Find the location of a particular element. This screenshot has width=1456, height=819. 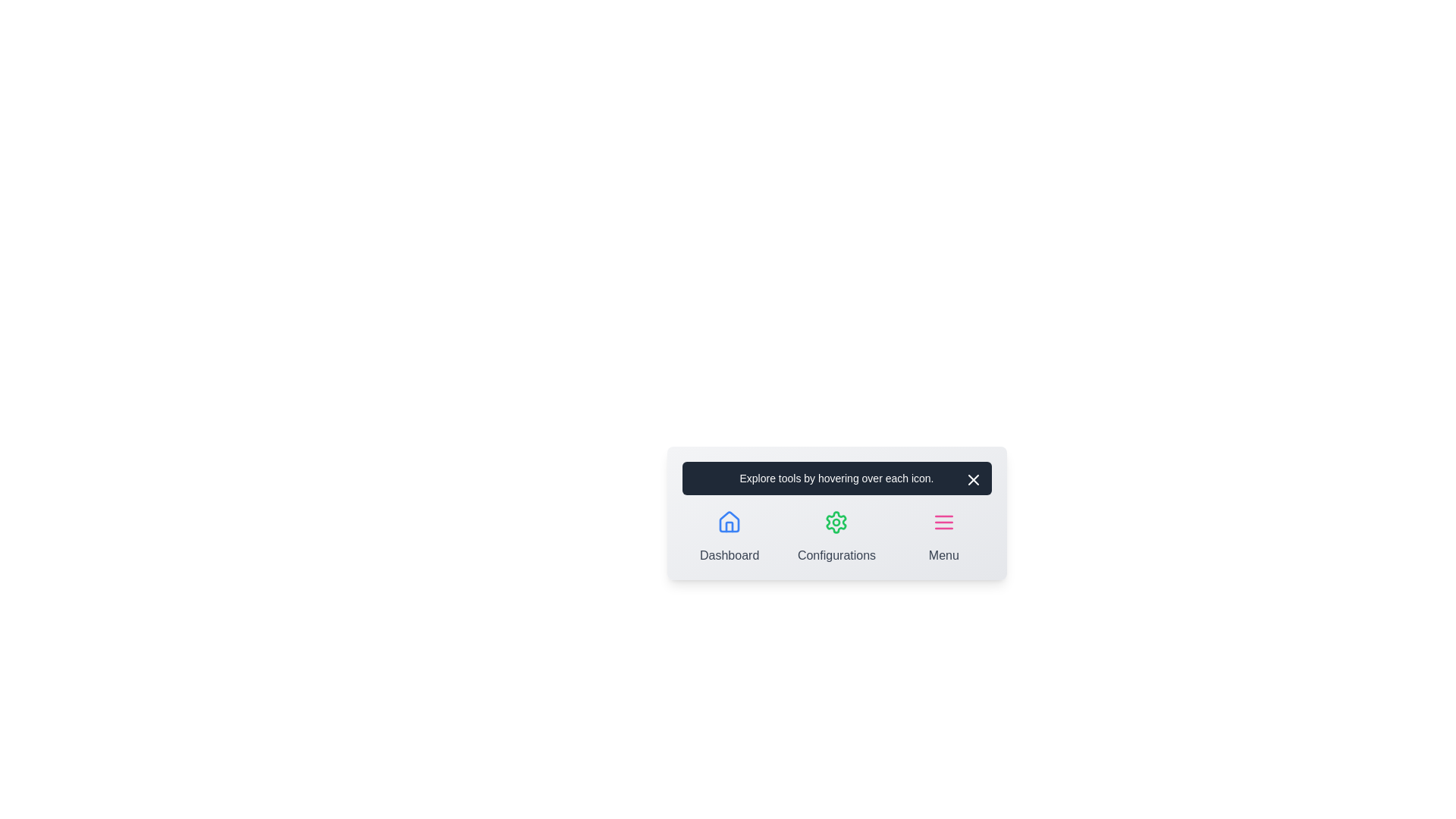

the cogwheel icon with a green outline located is located at coordinates (836, 522).